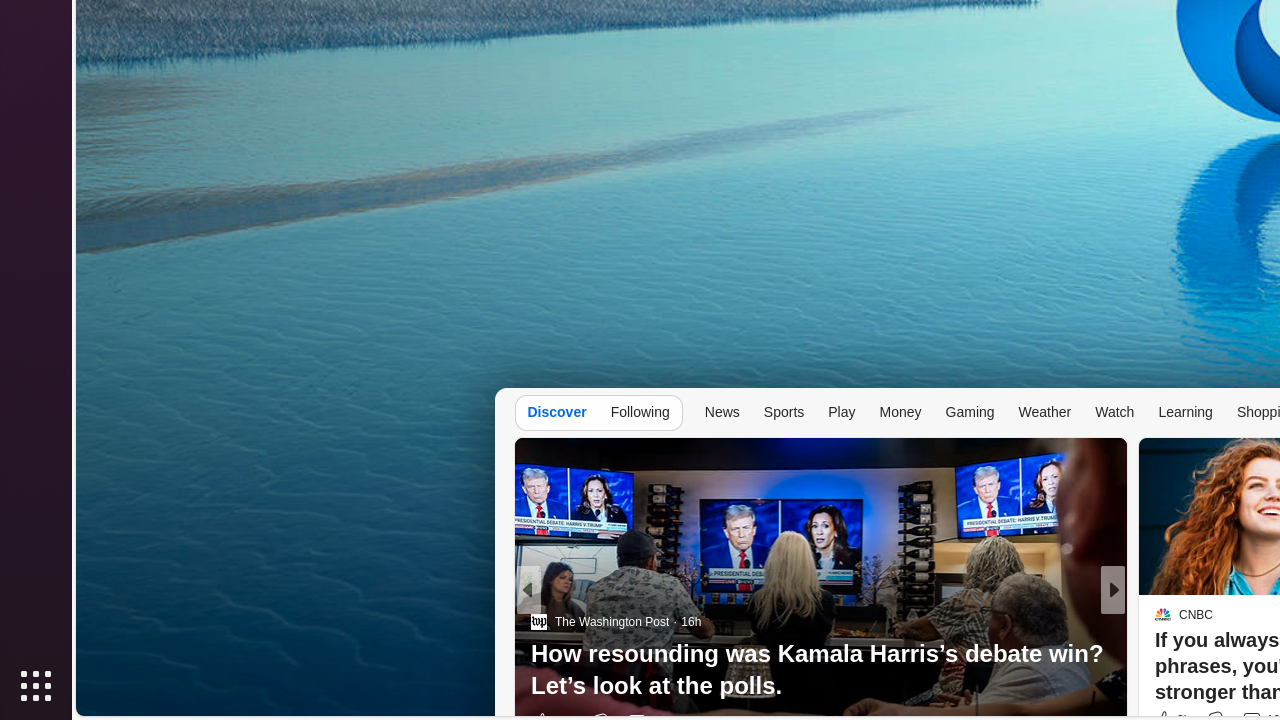 Image resolution: width=1280 pixels, height=720 pixels. What do you see at coordinates (1185, 410) in the screenshot?
I see `'Learning'` at bounding box center [1185, 410].